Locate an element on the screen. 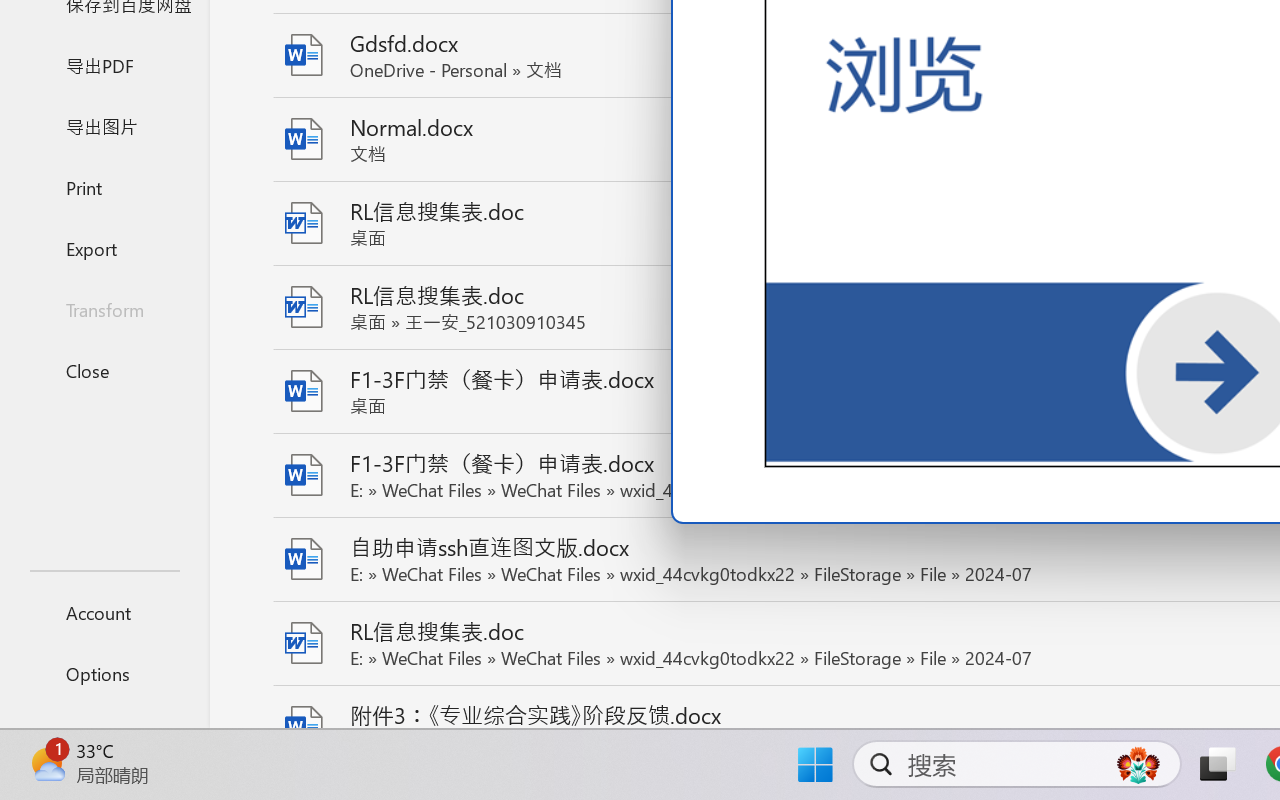 The image size is (1280, 800). 'Options' is located at coordinates (103, 673).